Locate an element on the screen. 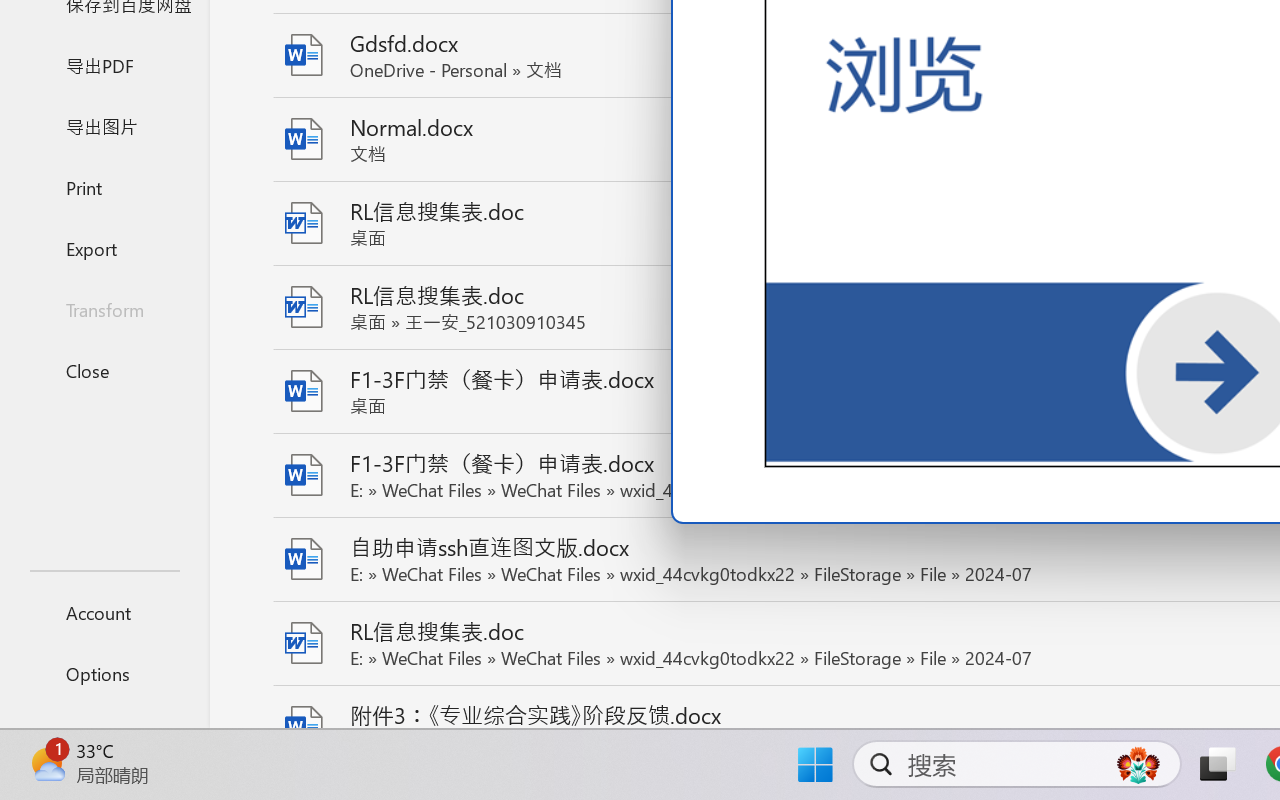 The image size is (1280, 800). 'Options' is located at coordinates (103, 673).